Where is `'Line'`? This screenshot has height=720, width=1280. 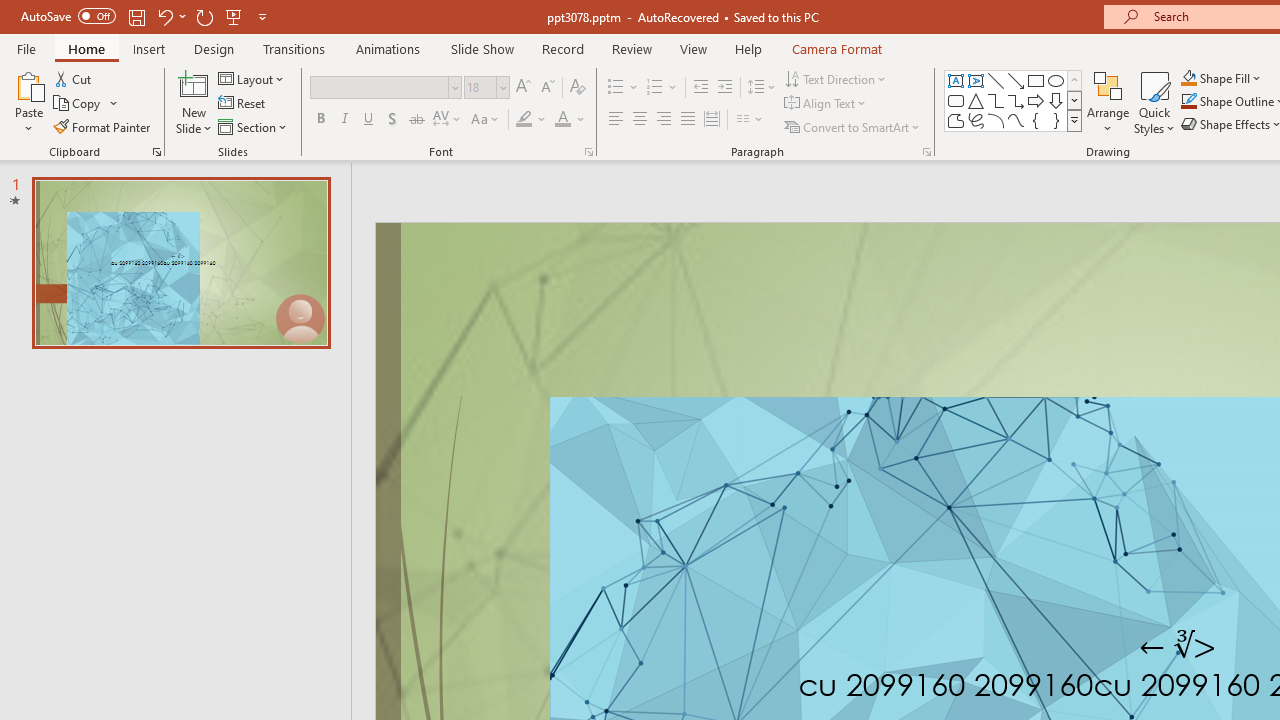
'Line' is located at coordinates (995, 80).